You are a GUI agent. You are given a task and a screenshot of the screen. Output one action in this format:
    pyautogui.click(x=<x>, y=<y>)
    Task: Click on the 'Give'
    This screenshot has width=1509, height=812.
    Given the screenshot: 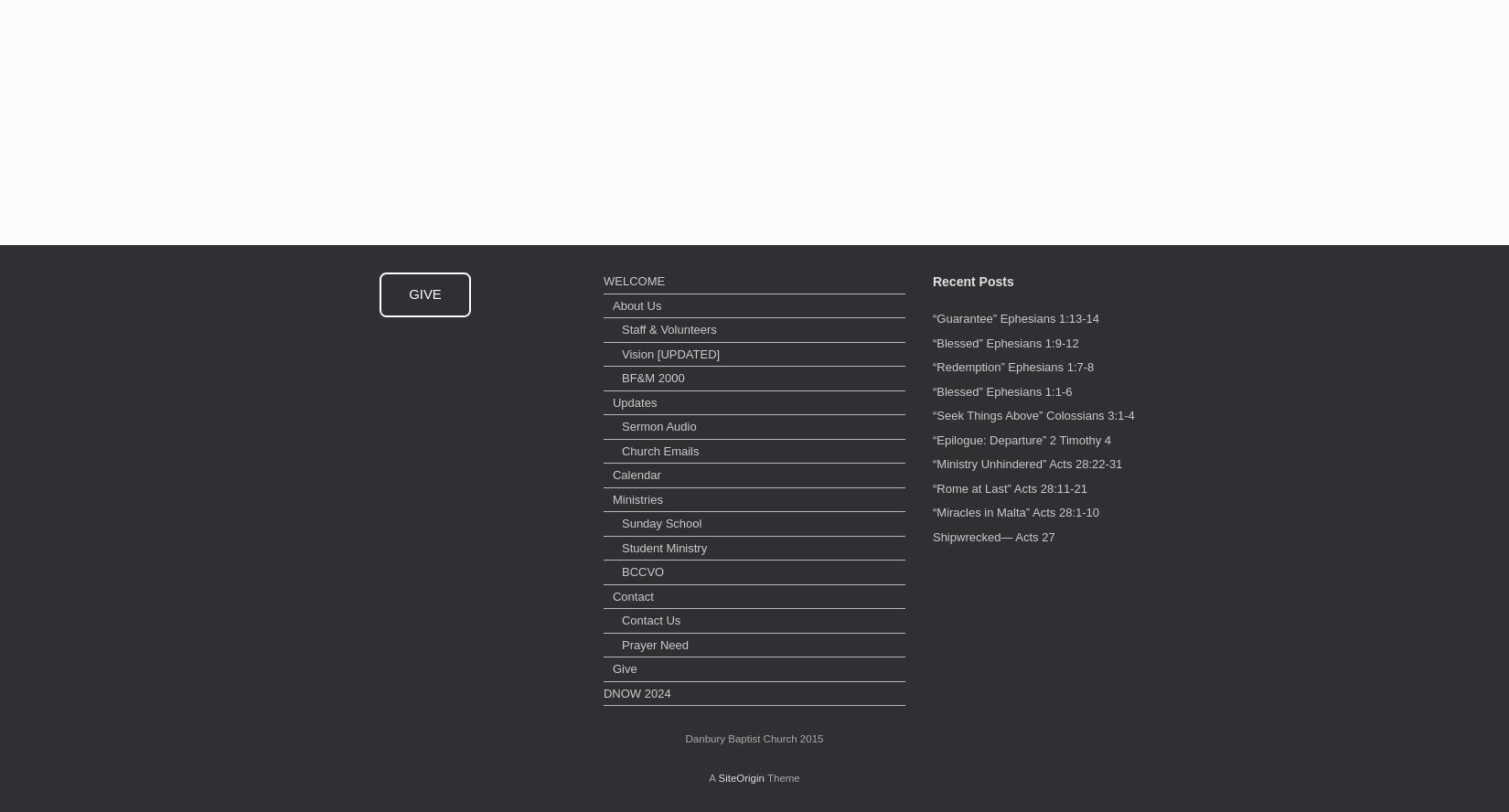 What is the action you would take?
    pyautogui.click(x=623, y=668)
    